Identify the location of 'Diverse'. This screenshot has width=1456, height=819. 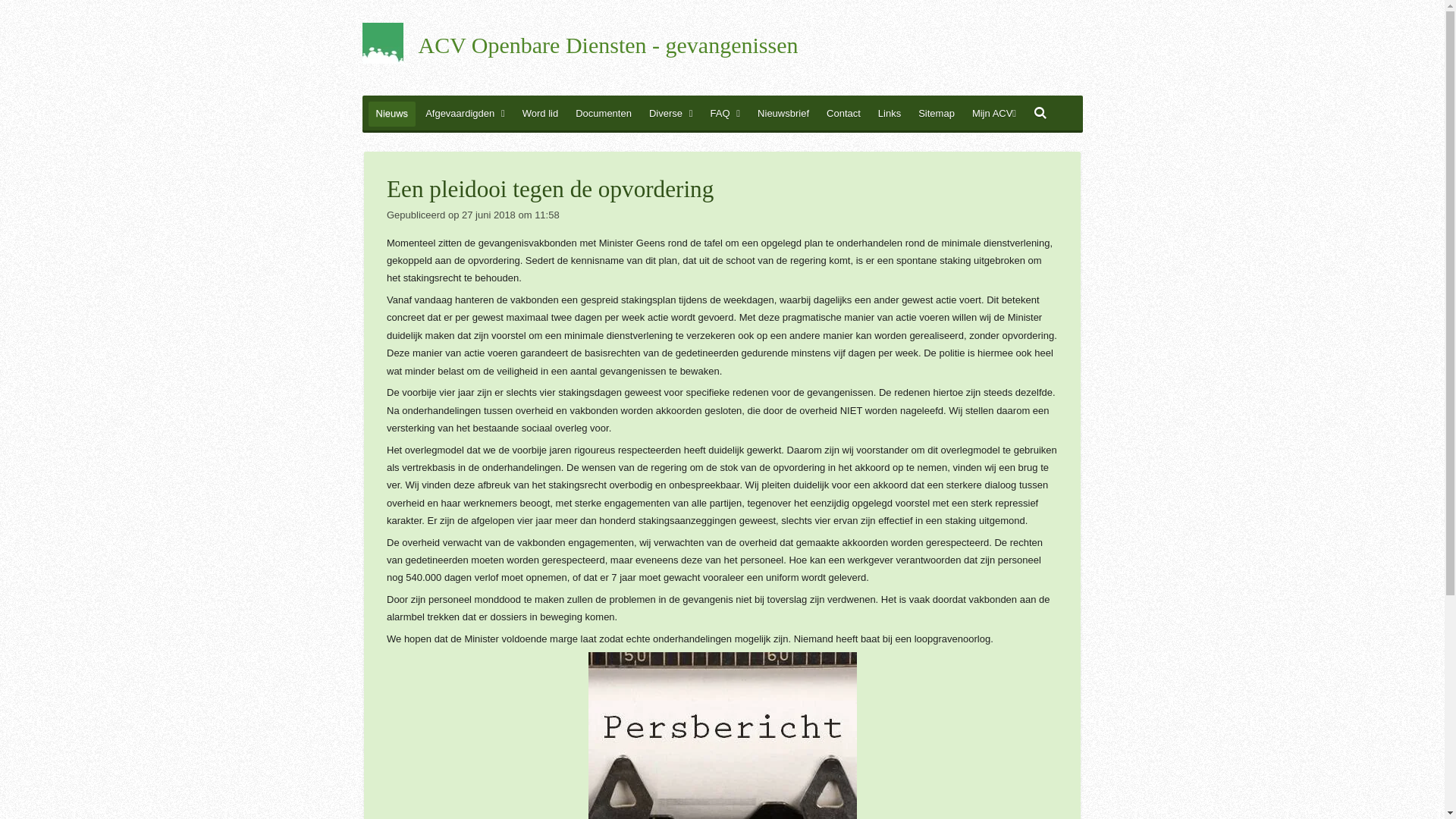
(641, 113).